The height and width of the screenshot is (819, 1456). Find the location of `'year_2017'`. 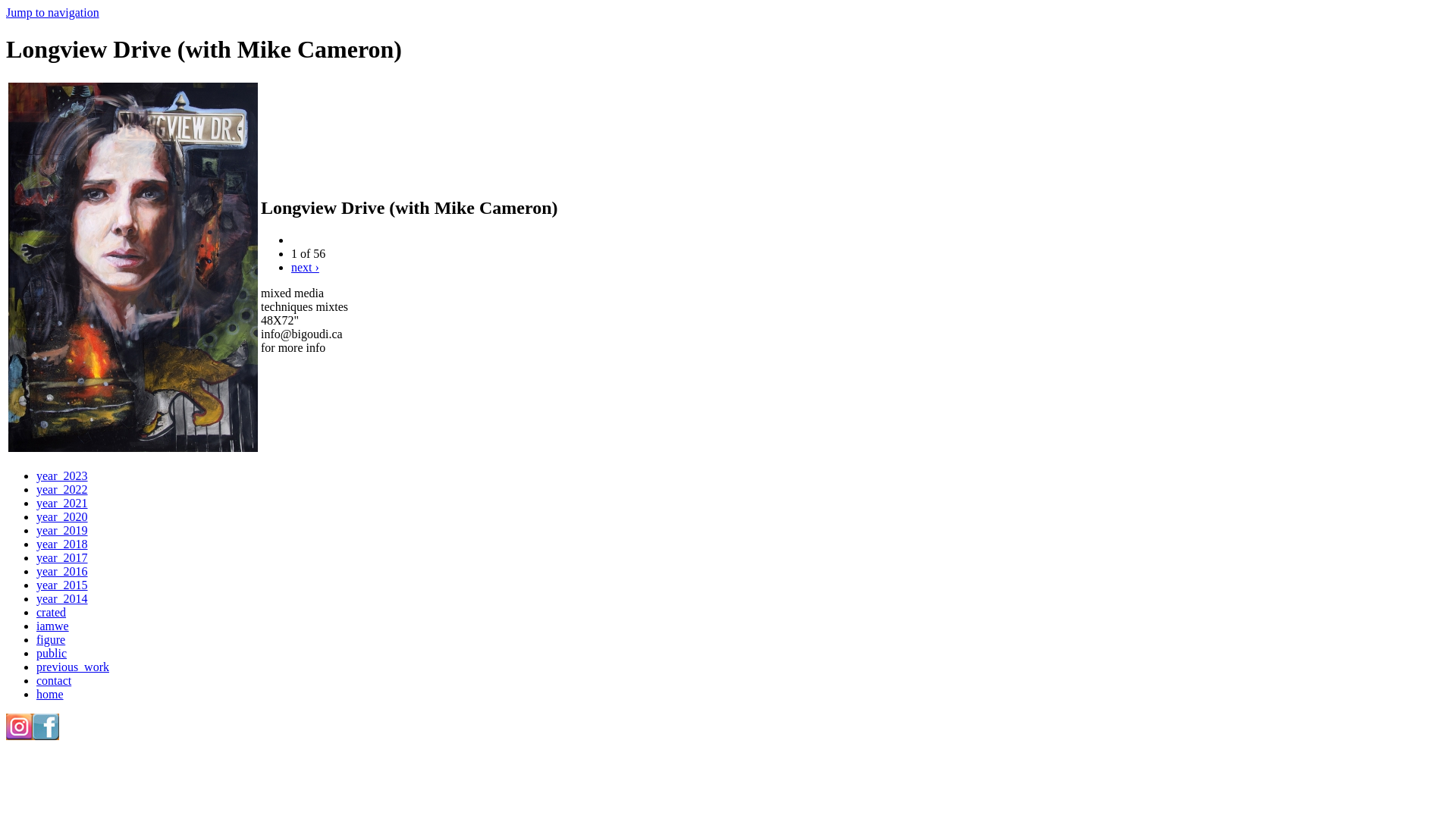

'year_2017' is located at coordinates (61, 557).